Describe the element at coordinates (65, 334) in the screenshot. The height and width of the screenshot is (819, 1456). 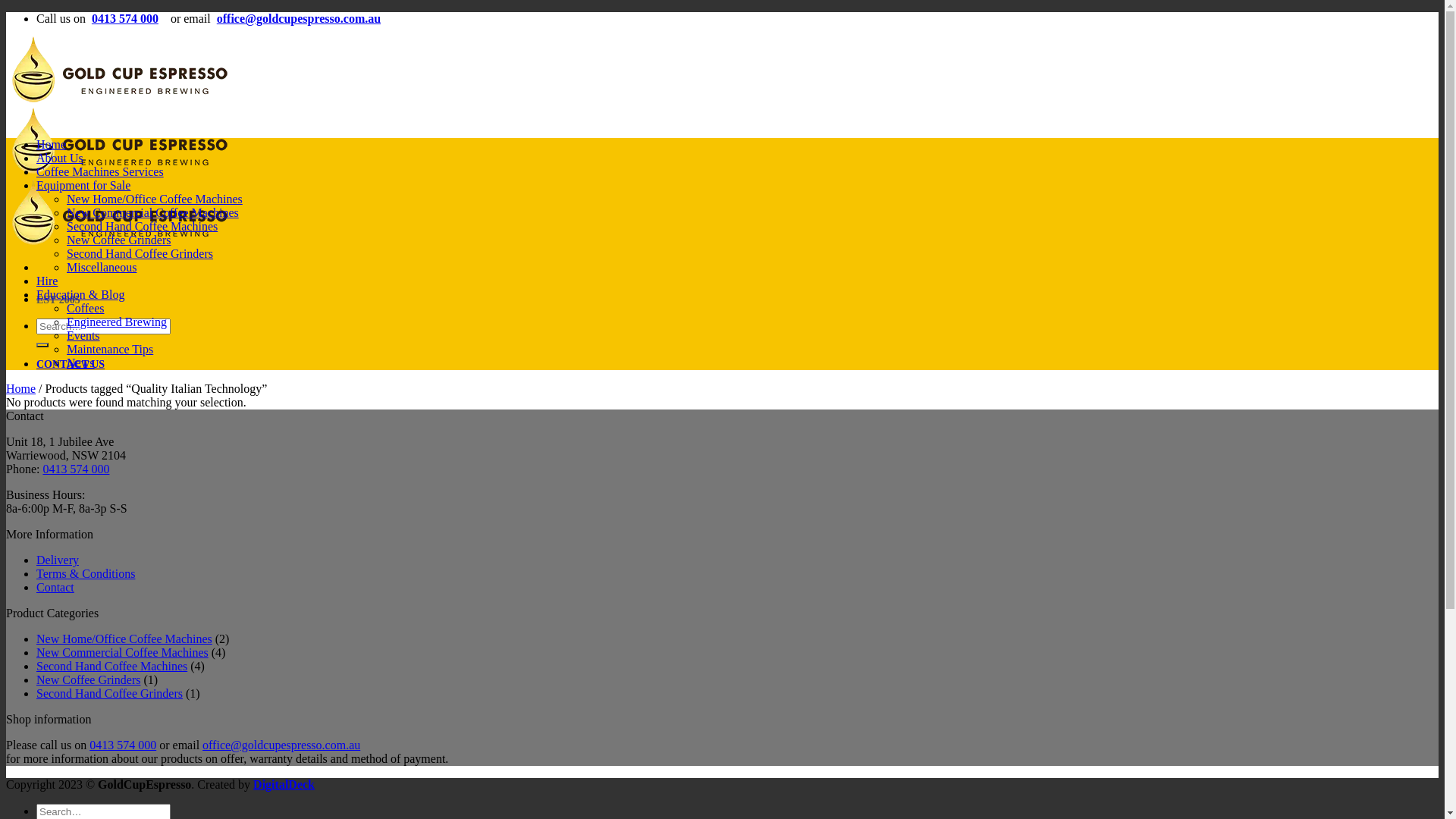
I see `'Events'` at that location.